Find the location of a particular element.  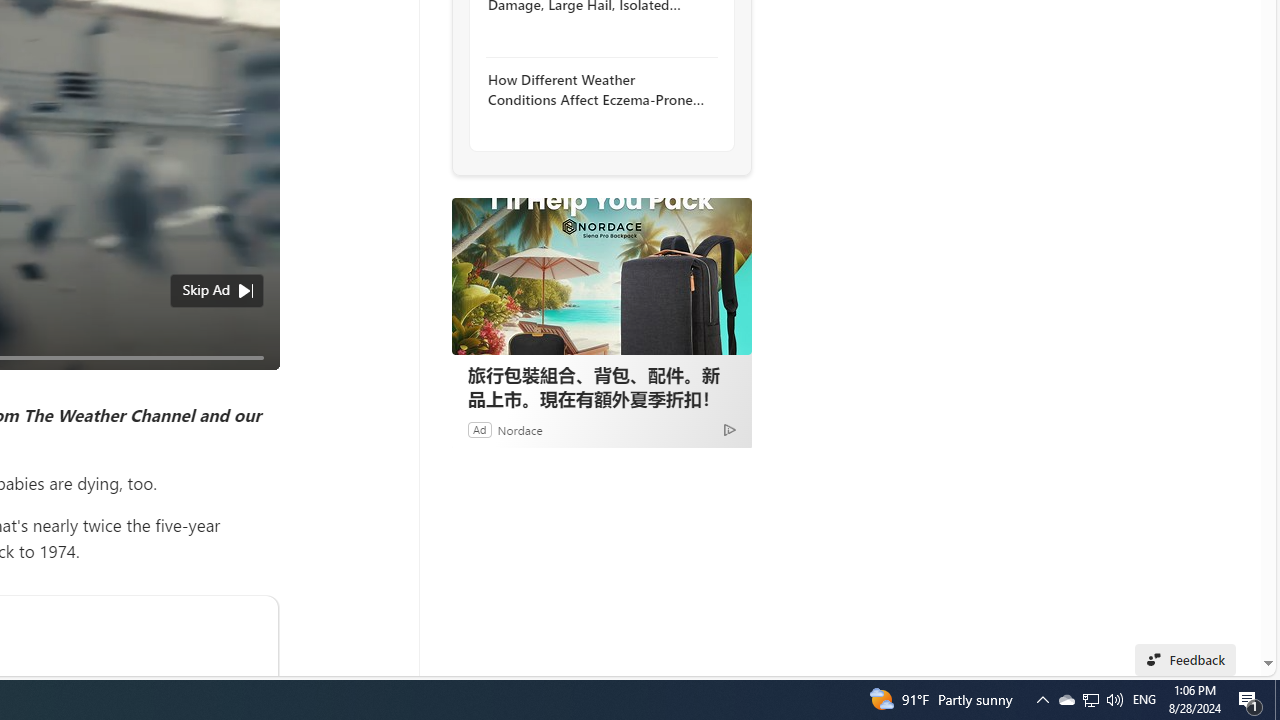

'Feedback' is located at coordinates (1185, 659).